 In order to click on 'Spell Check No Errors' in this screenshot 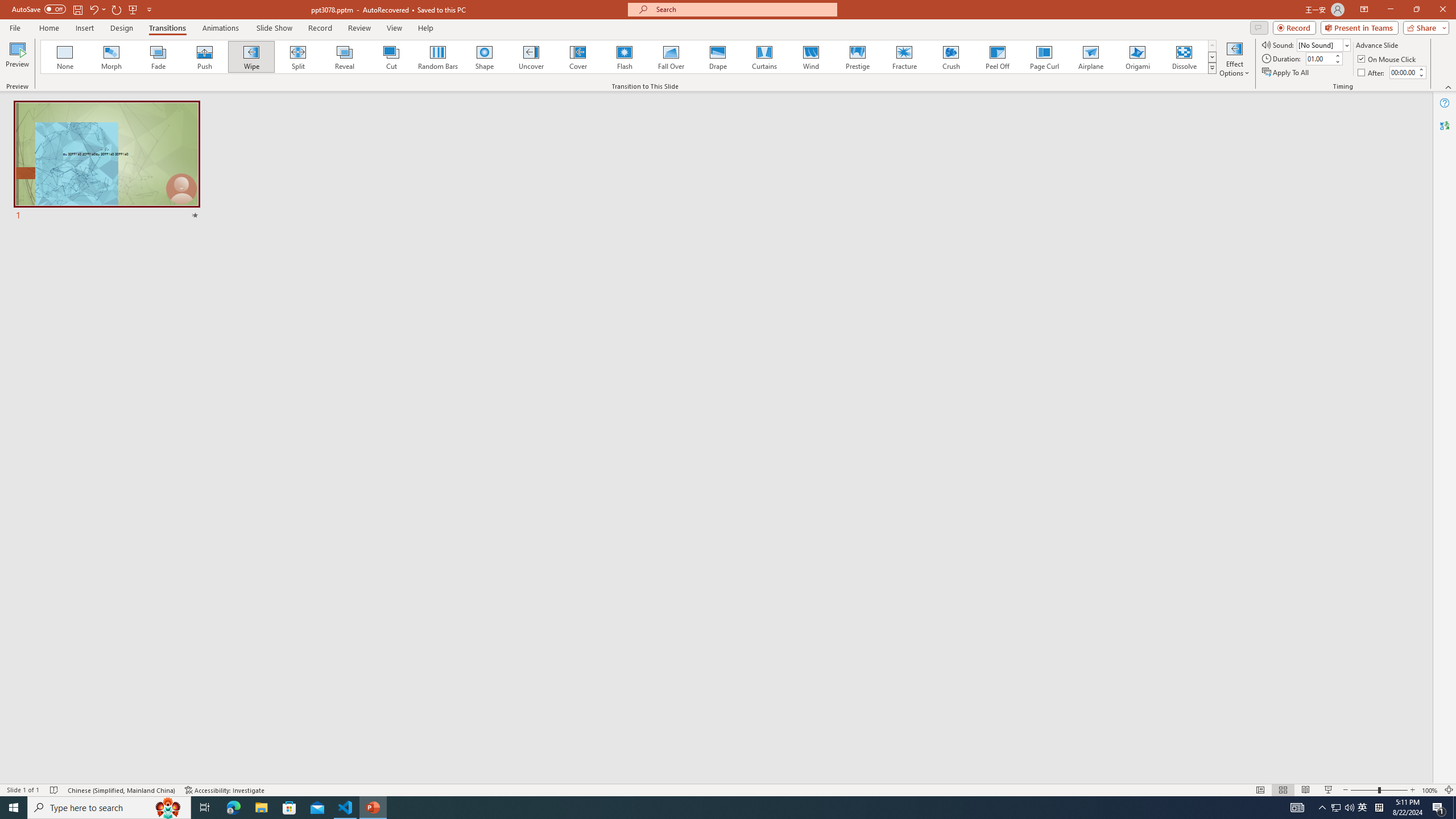, I will do `click(54, 790)`.